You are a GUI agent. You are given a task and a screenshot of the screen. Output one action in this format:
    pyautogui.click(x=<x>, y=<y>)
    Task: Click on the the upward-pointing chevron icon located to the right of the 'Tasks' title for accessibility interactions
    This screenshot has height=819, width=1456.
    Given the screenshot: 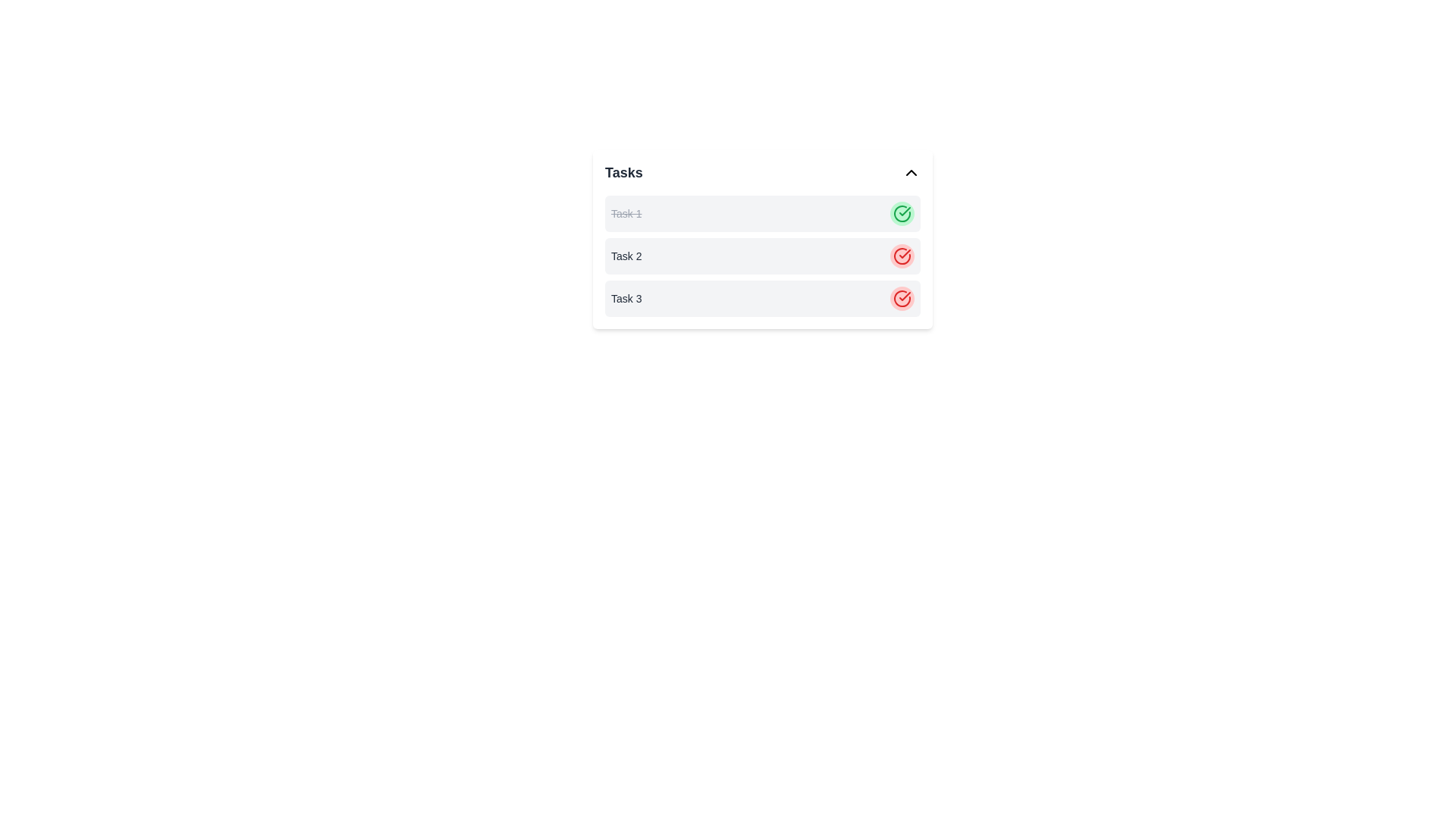 What is the action you would take?
    pyautogui.click(x=910, y=171)
    